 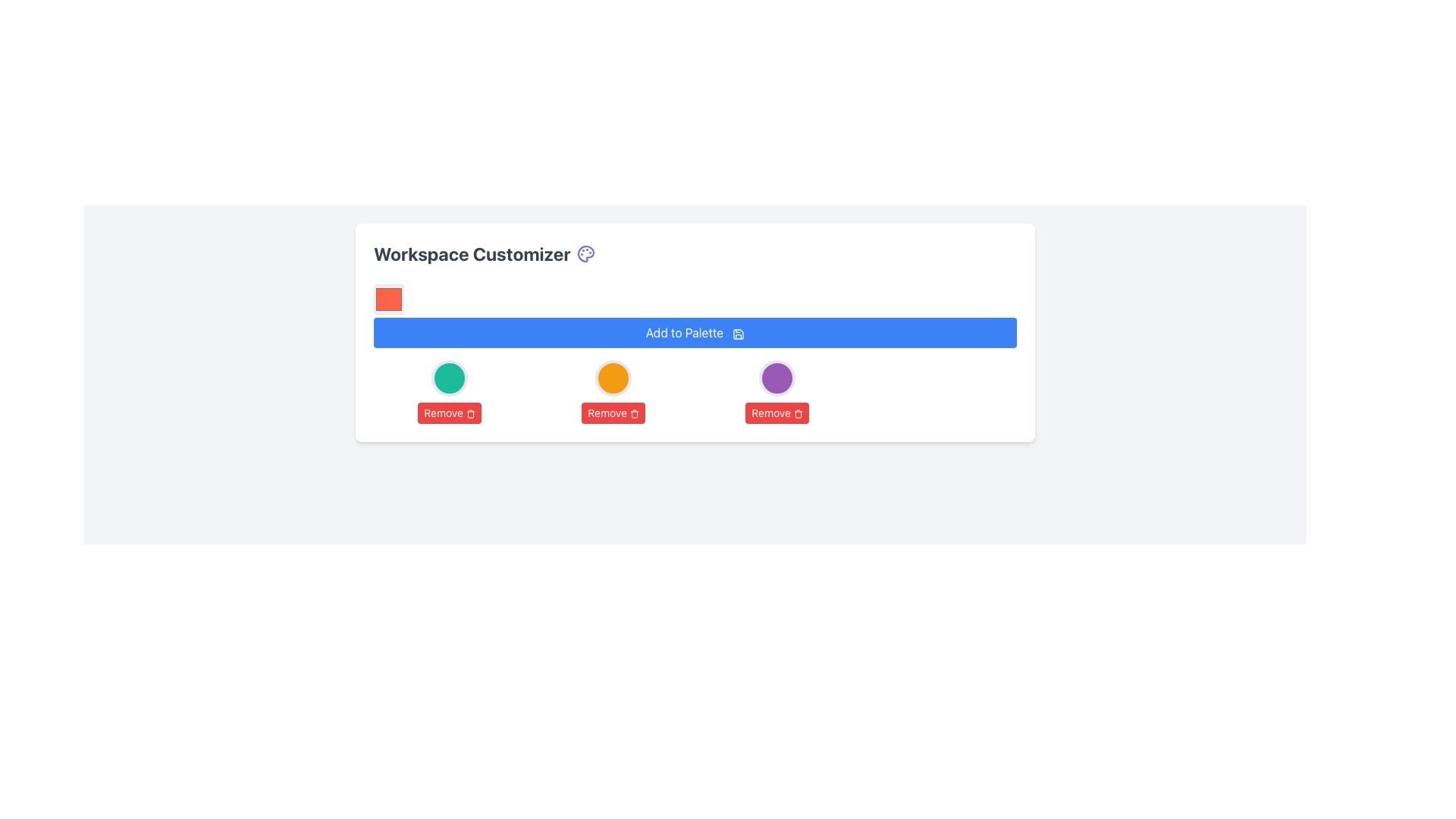 What do you see at coordinates (449, 391) in the screenshot?
I see `the button with the green circular icon above it` at bounding box center [449, 391].